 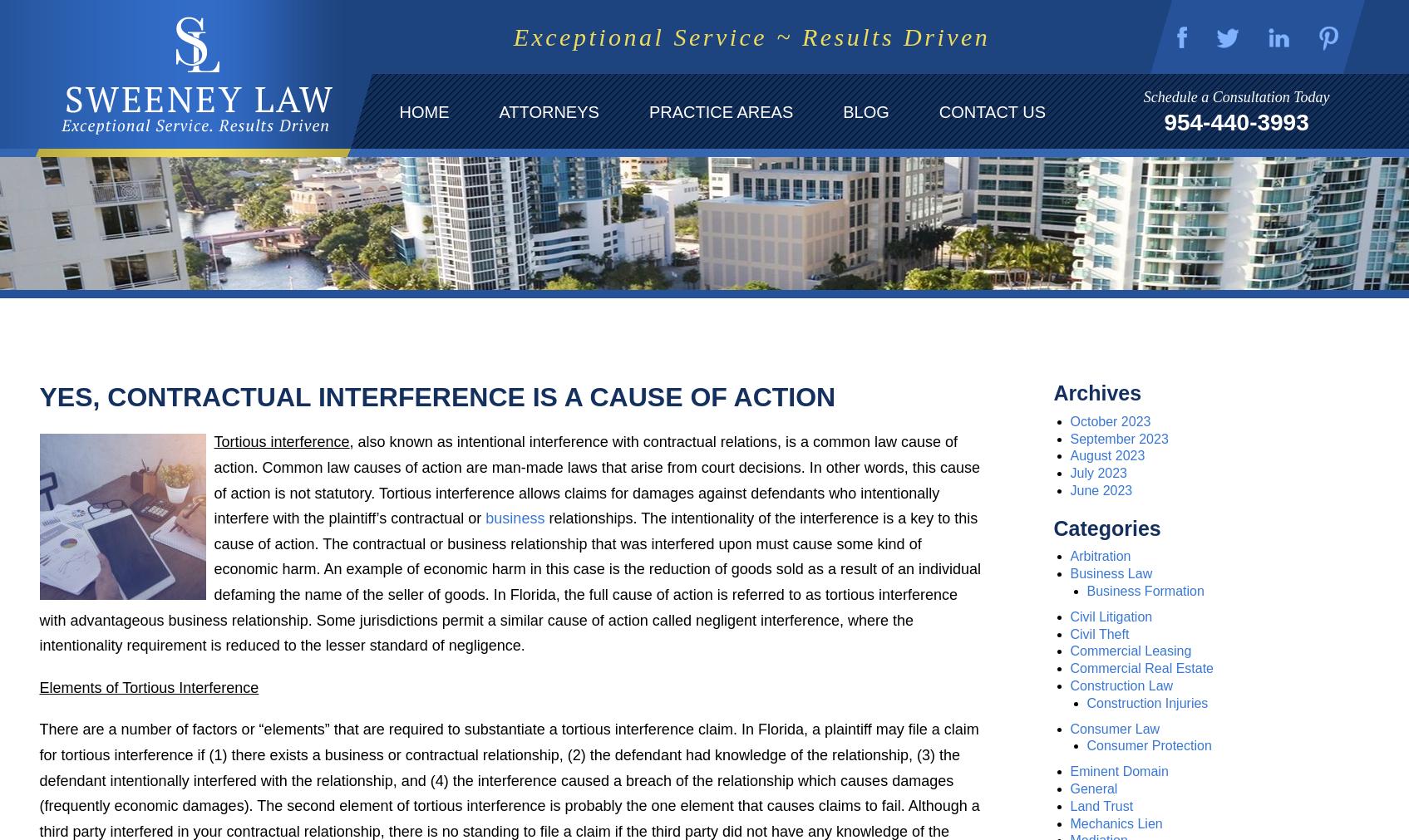 What do you see at coordinates (1110, 420) in the screenshot?
I see `'October 2023'` at bounding box center [1110, 420].